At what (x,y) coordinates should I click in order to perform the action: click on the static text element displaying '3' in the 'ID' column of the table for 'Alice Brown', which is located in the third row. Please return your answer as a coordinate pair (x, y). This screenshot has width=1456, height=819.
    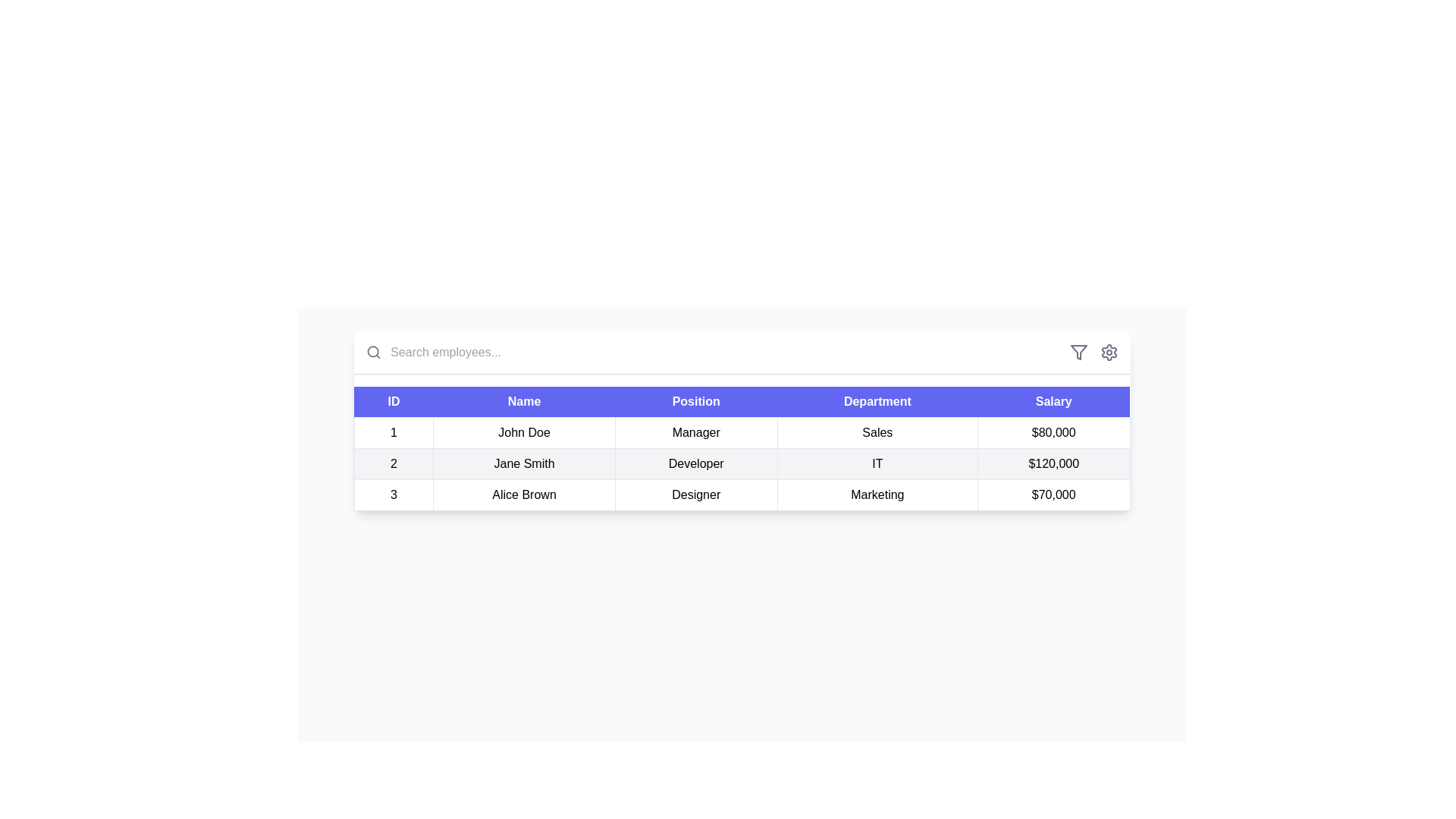
    Looking at the image, I should click on (394, 494).